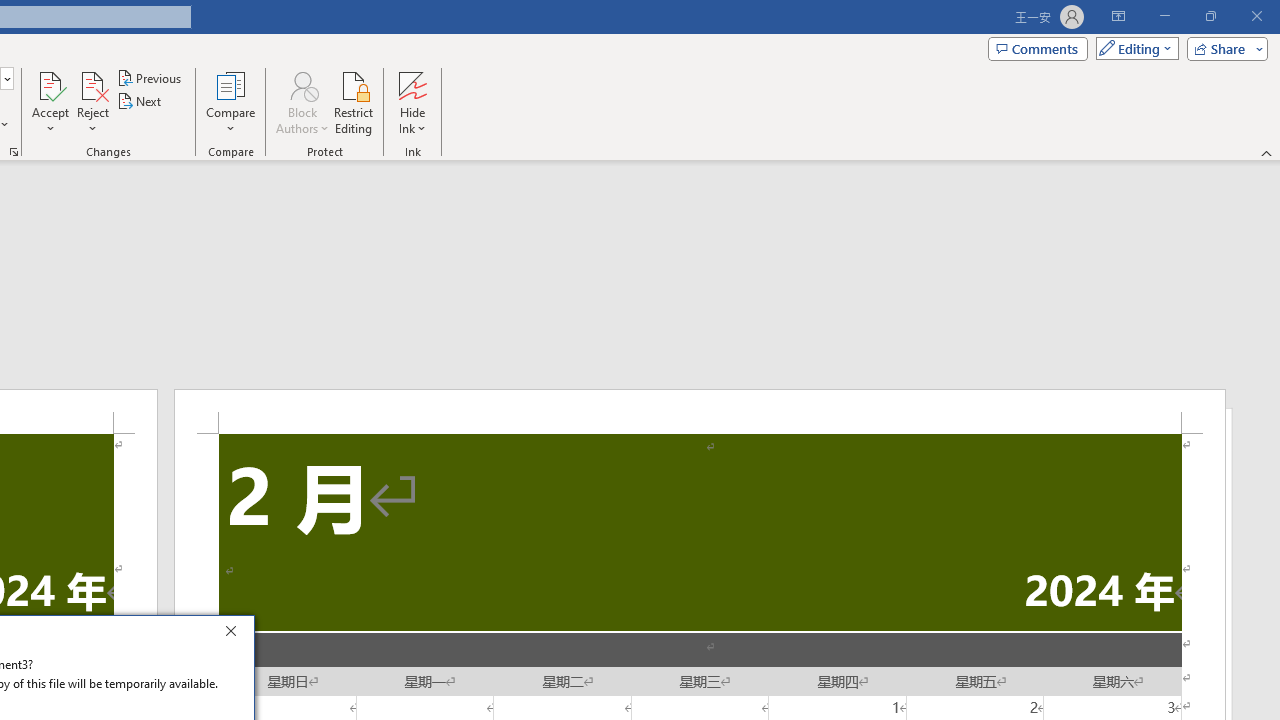  Describe the element at coordinates (1133, 47) in the screenshot. I see `'Mode'` at that location.